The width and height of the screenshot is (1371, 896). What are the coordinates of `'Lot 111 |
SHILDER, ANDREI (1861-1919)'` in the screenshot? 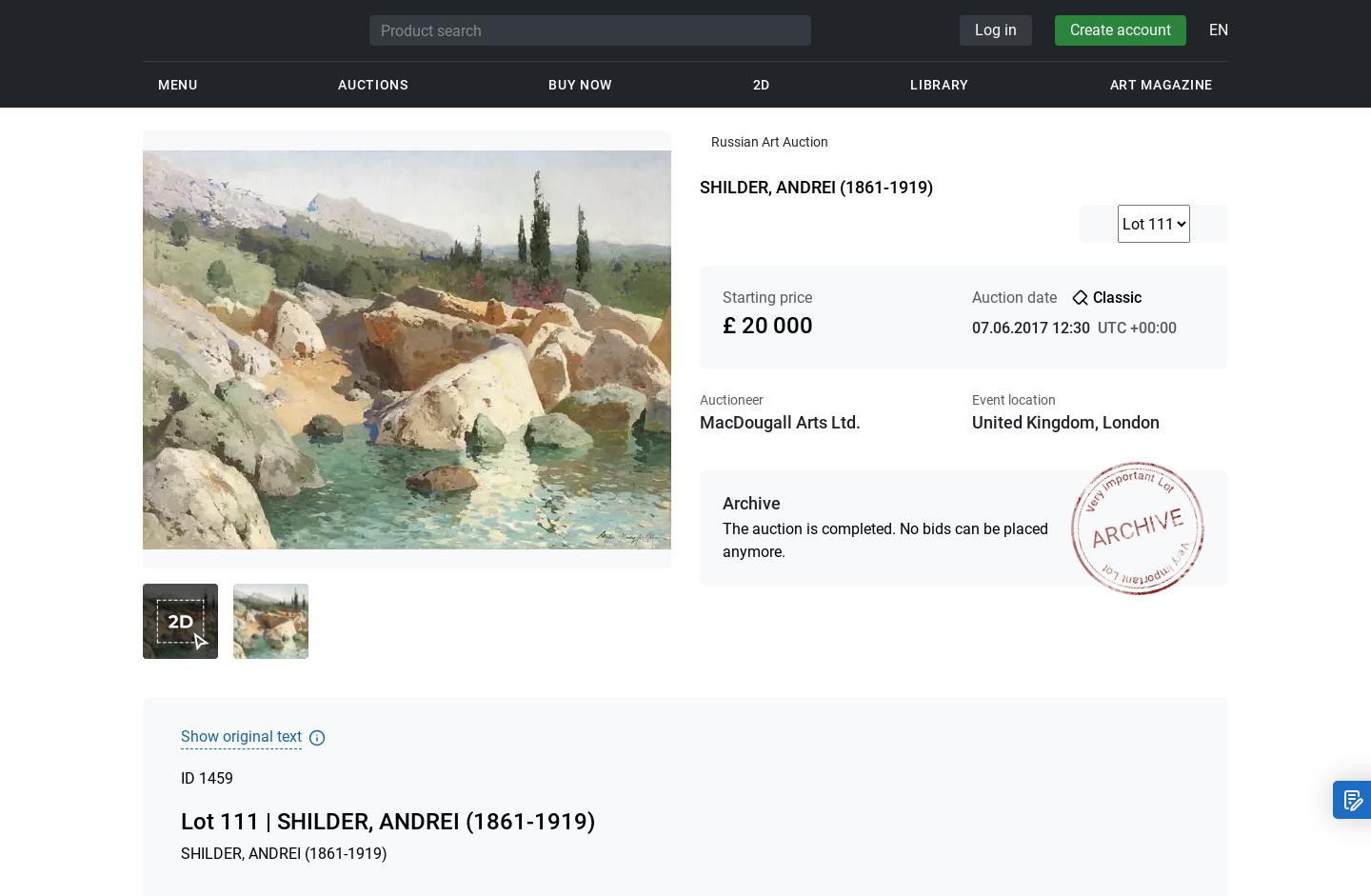 It's located at (387, 821).